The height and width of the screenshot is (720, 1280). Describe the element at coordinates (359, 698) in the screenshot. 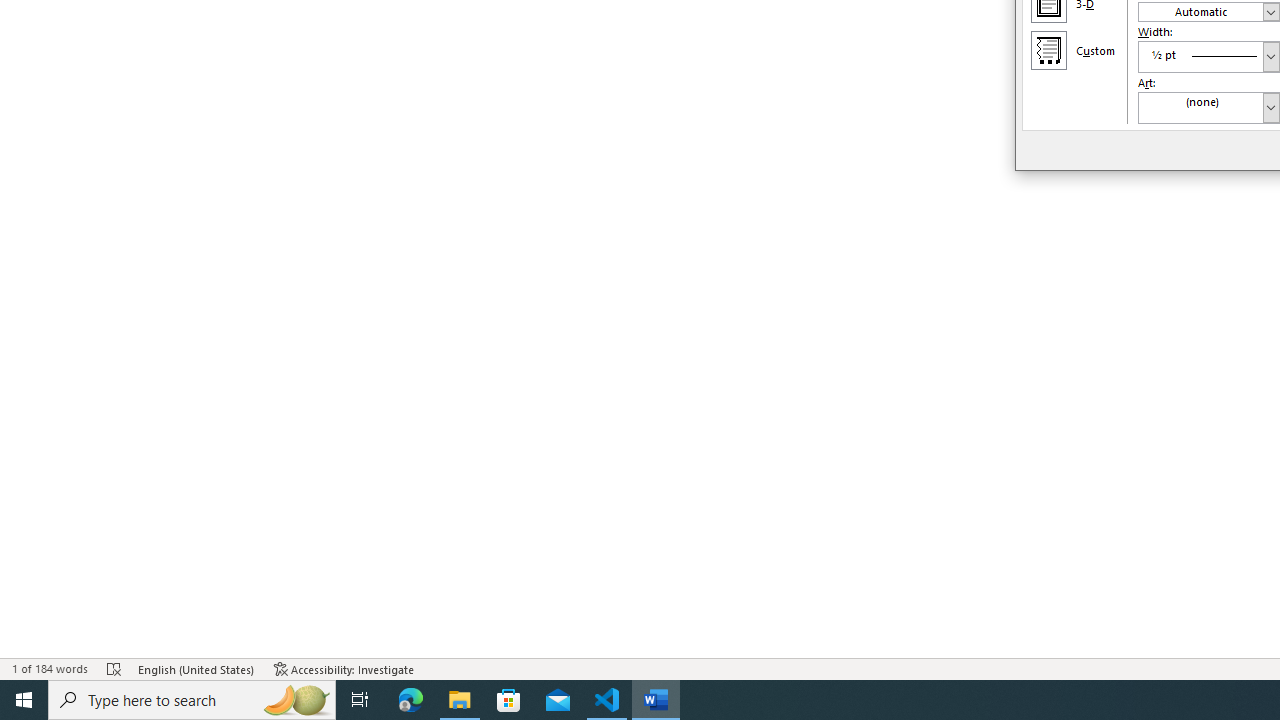

I see `'Task View'` at that location.